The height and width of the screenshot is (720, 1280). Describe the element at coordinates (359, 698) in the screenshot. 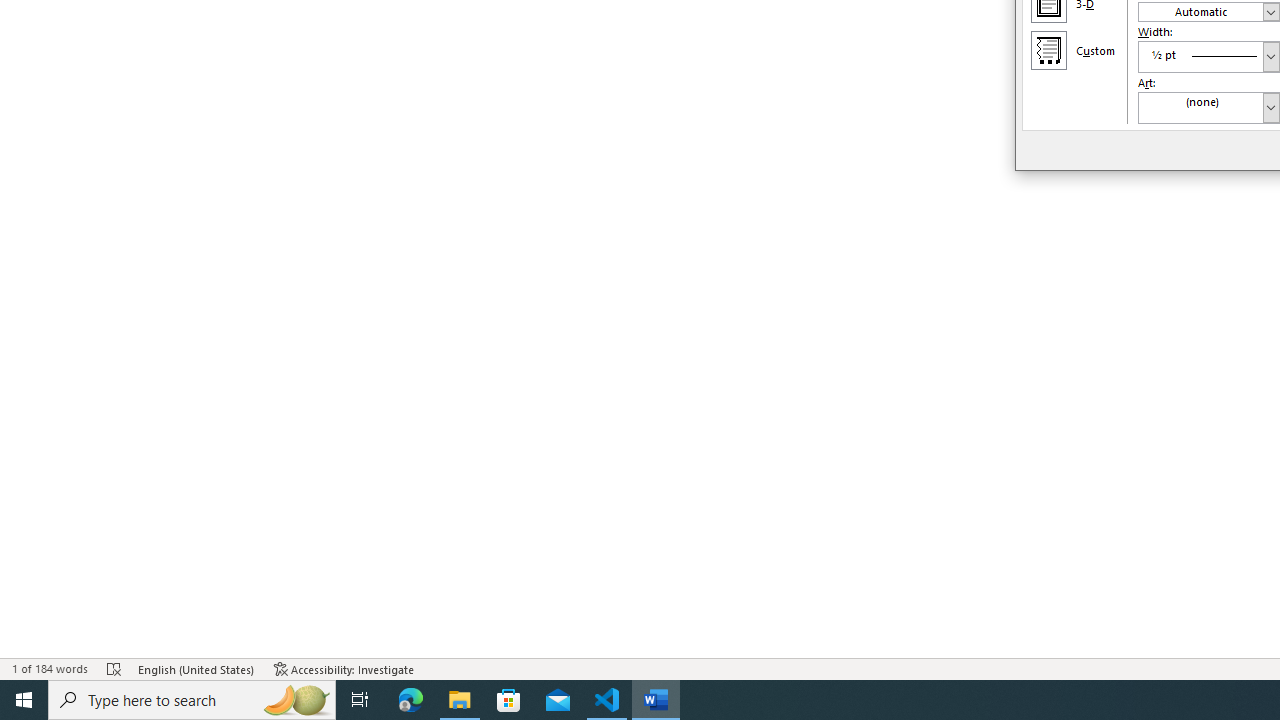

I see `'Task View'` at that location.